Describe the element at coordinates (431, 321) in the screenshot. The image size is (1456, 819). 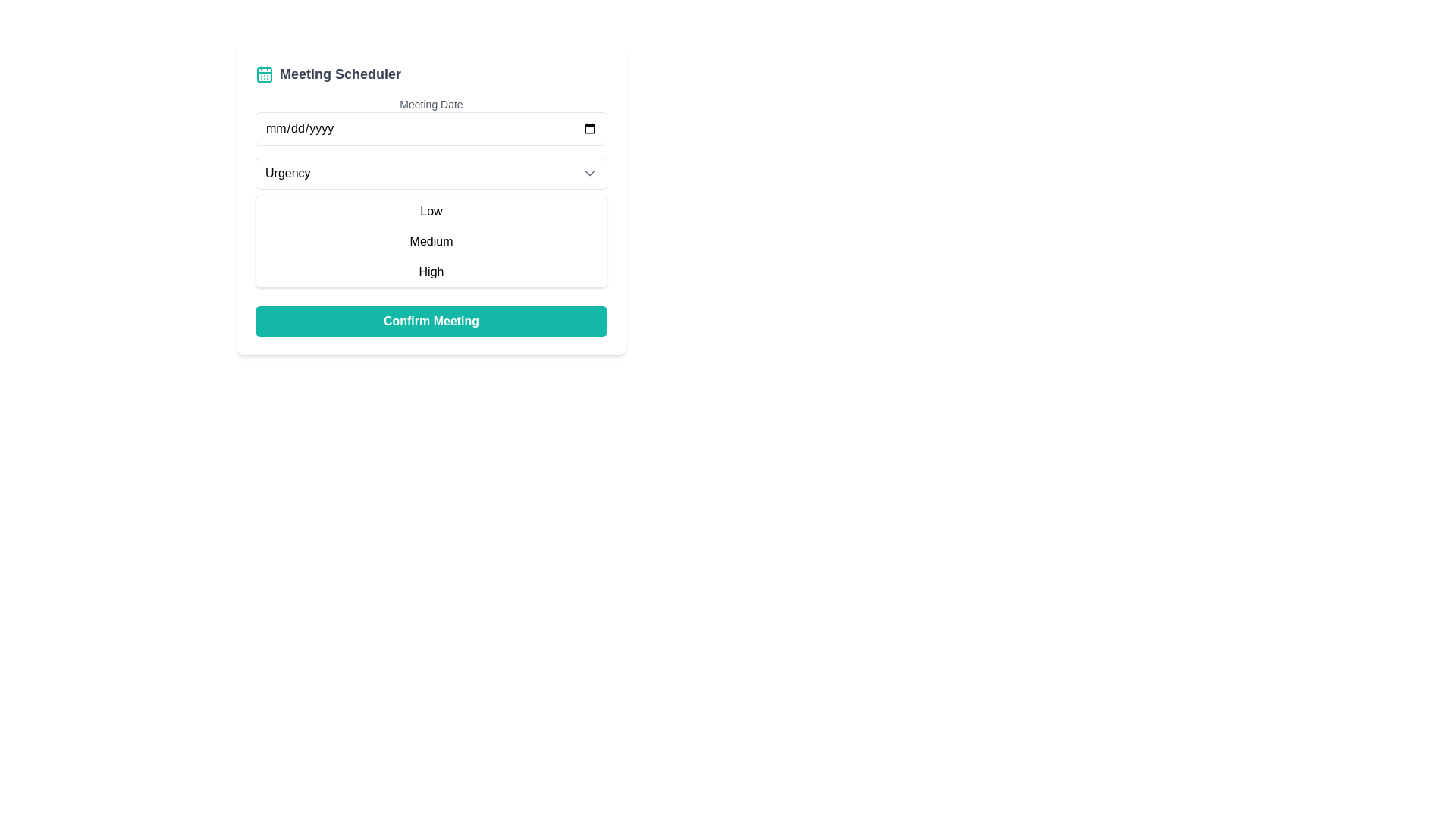
I see `the 'Confirm Meeting' button, which is a teal rectangular button with white bold text, located at the bottom of the meeting scheduling layout` at that location.